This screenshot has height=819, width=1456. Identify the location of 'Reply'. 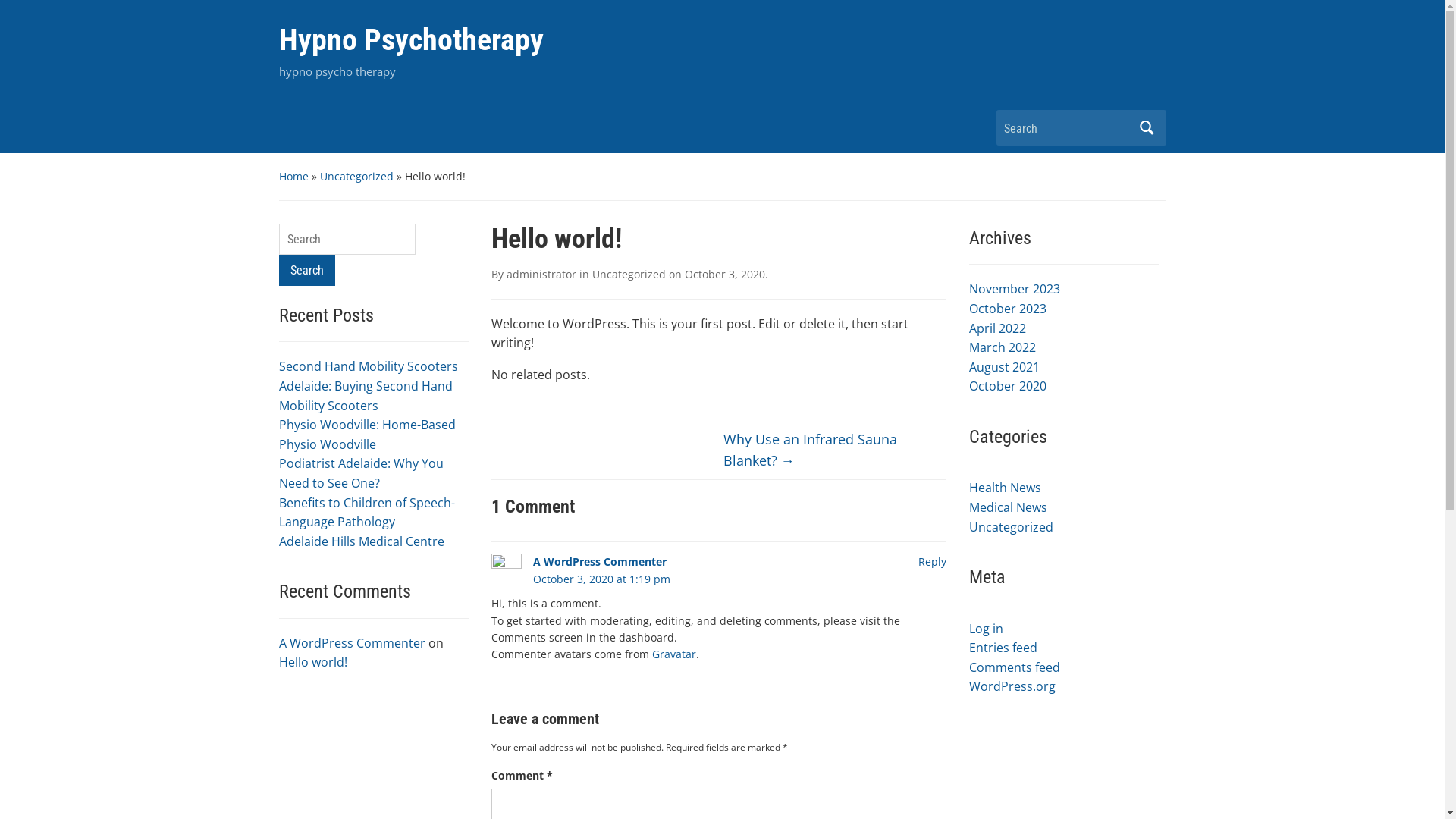
(930, 561).